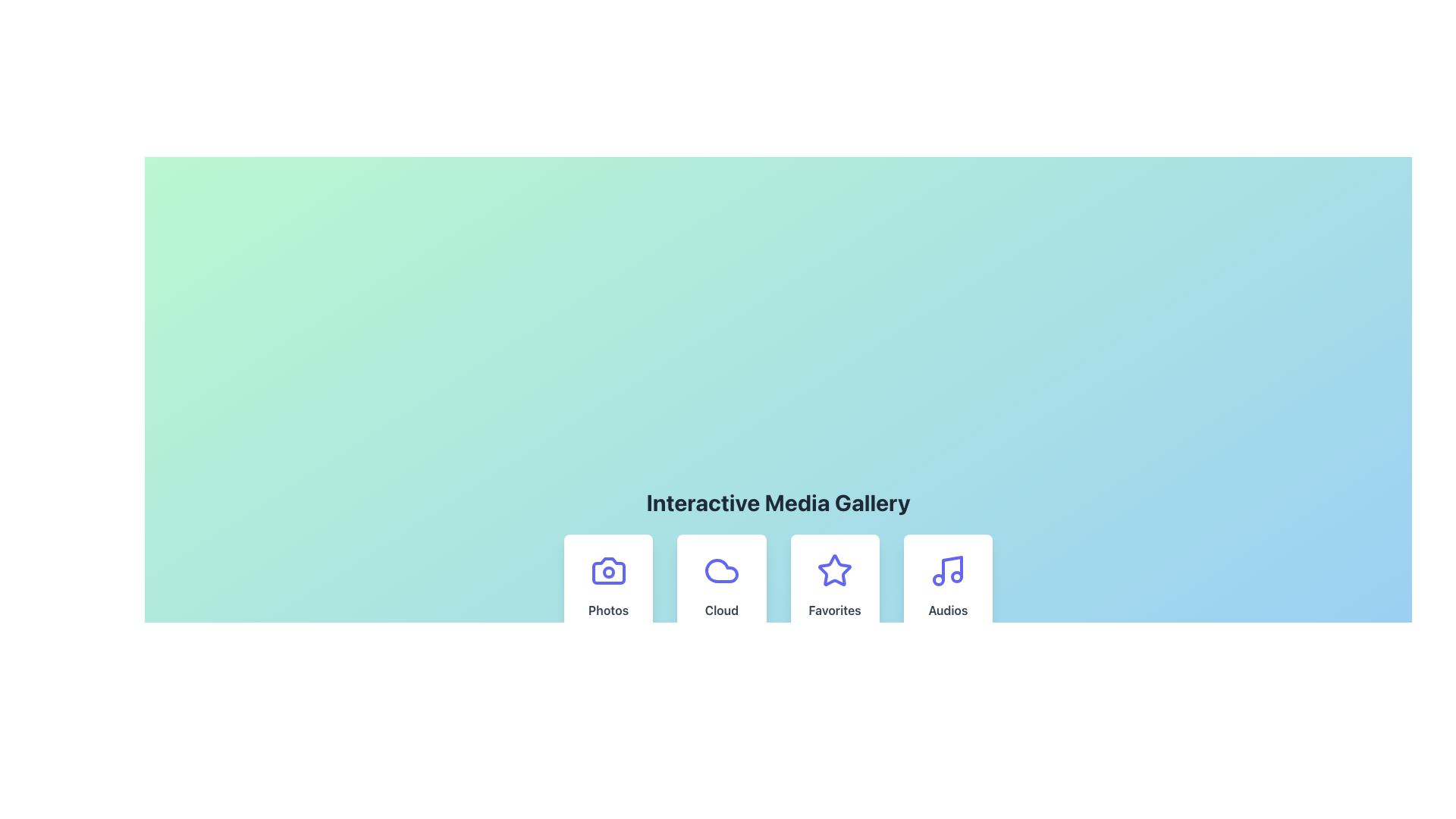  What do you see at coordinates (938, 579) in the screenshot?
I see `the small blue outlined circle within the musical note icon in the Audios card, which is the second of three circles in the SVG group` at bounding box center [938, 579].